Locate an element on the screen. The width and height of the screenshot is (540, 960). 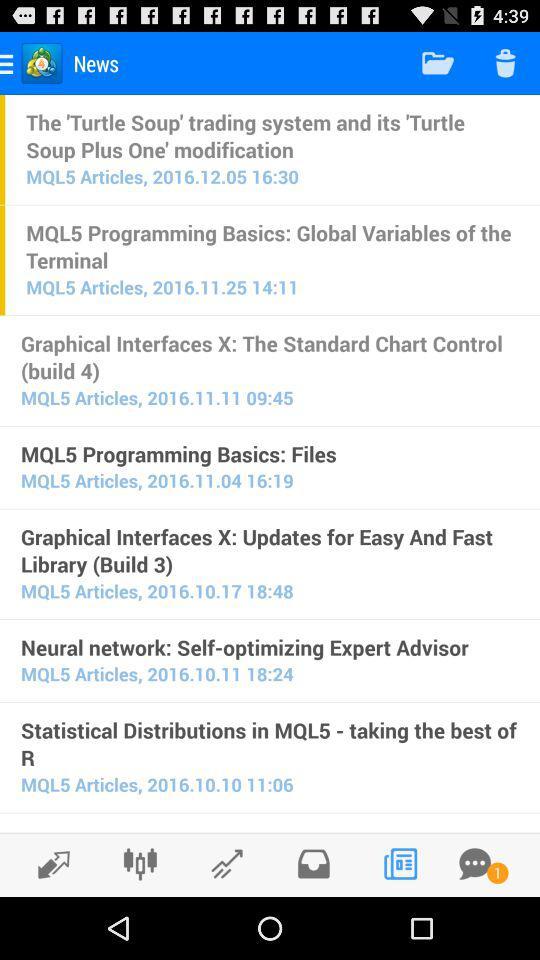
other messages is located at coordinates (474, 863).